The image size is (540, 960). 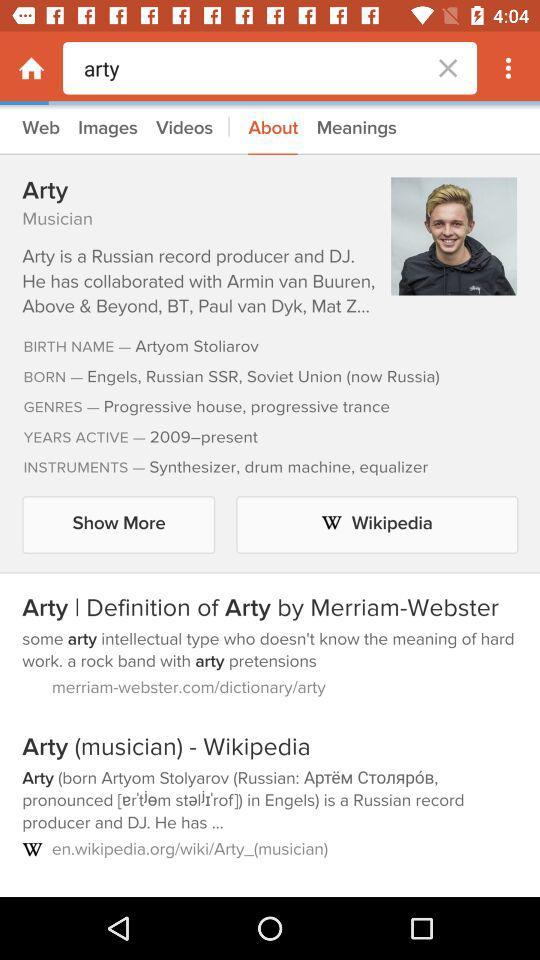 What do you see at coordinates (270, 500) in the screenshot?
I see `about a profile` at bounding box center [270, 500].